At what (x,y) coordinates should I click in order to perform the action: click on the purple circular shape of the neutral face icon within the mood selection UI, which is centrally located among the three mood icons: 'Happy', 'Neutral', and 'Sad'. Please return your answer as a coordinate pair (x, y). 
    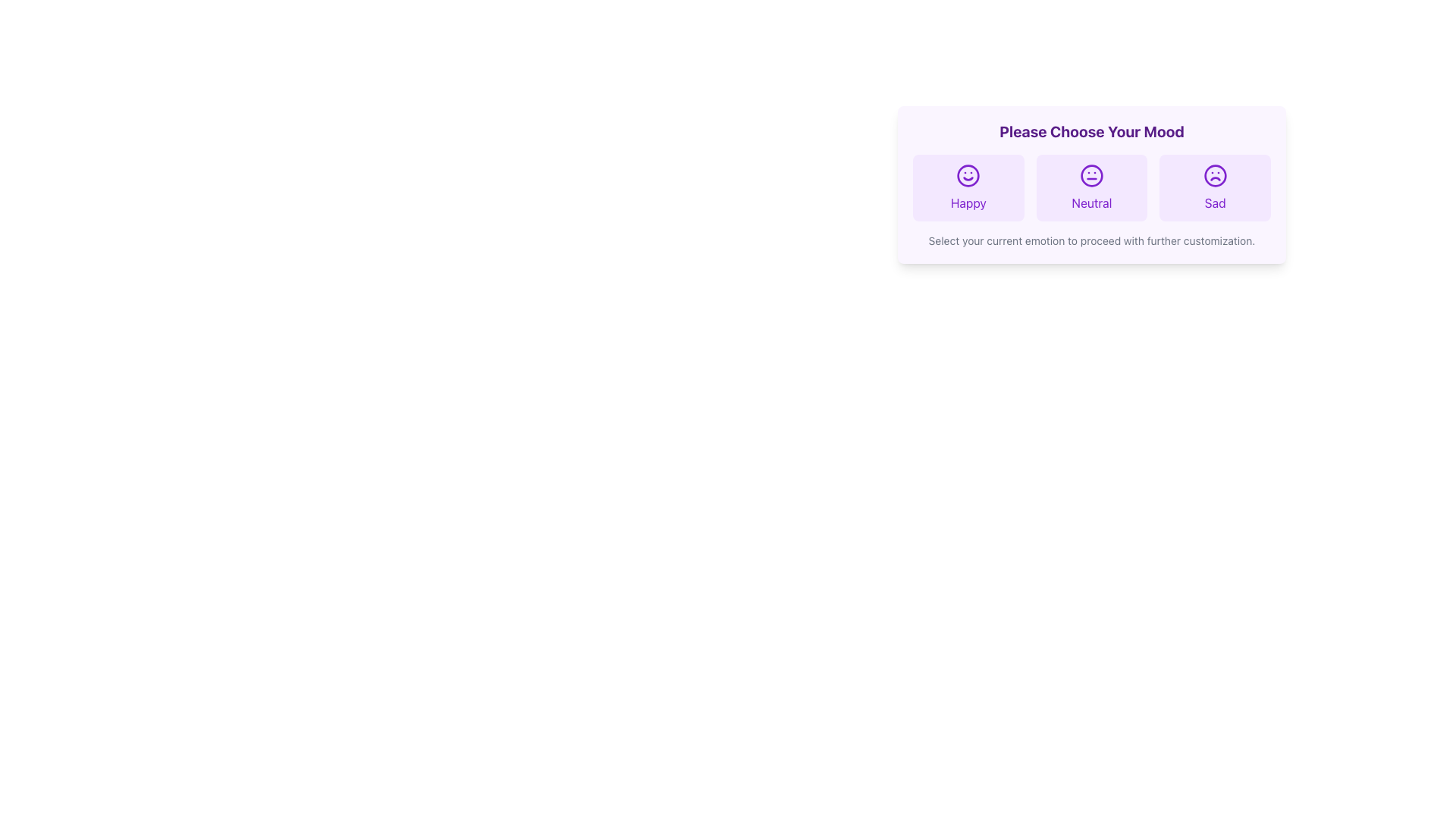
    Looking at the image, I should click on (1092, 174).